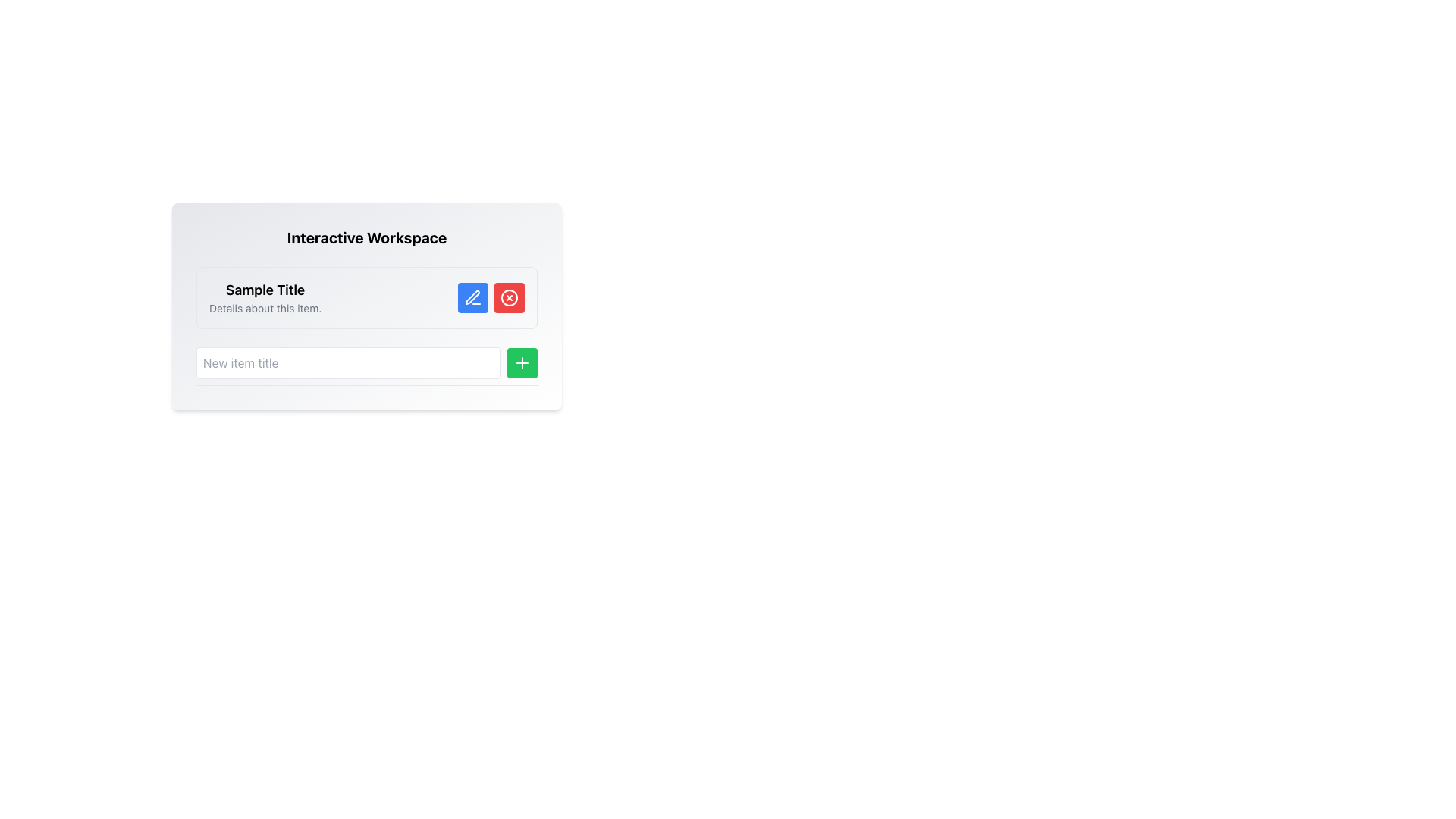 This screenshot has height=819, width=1456. What do you see at coordinates (510, 298) in the screenshot?
I see `the red button with a circular 'x' icon, positioned to the right of the blue button under 'Interactive Workspace' and 'Sample Title'` at bounding box center [510, 298].